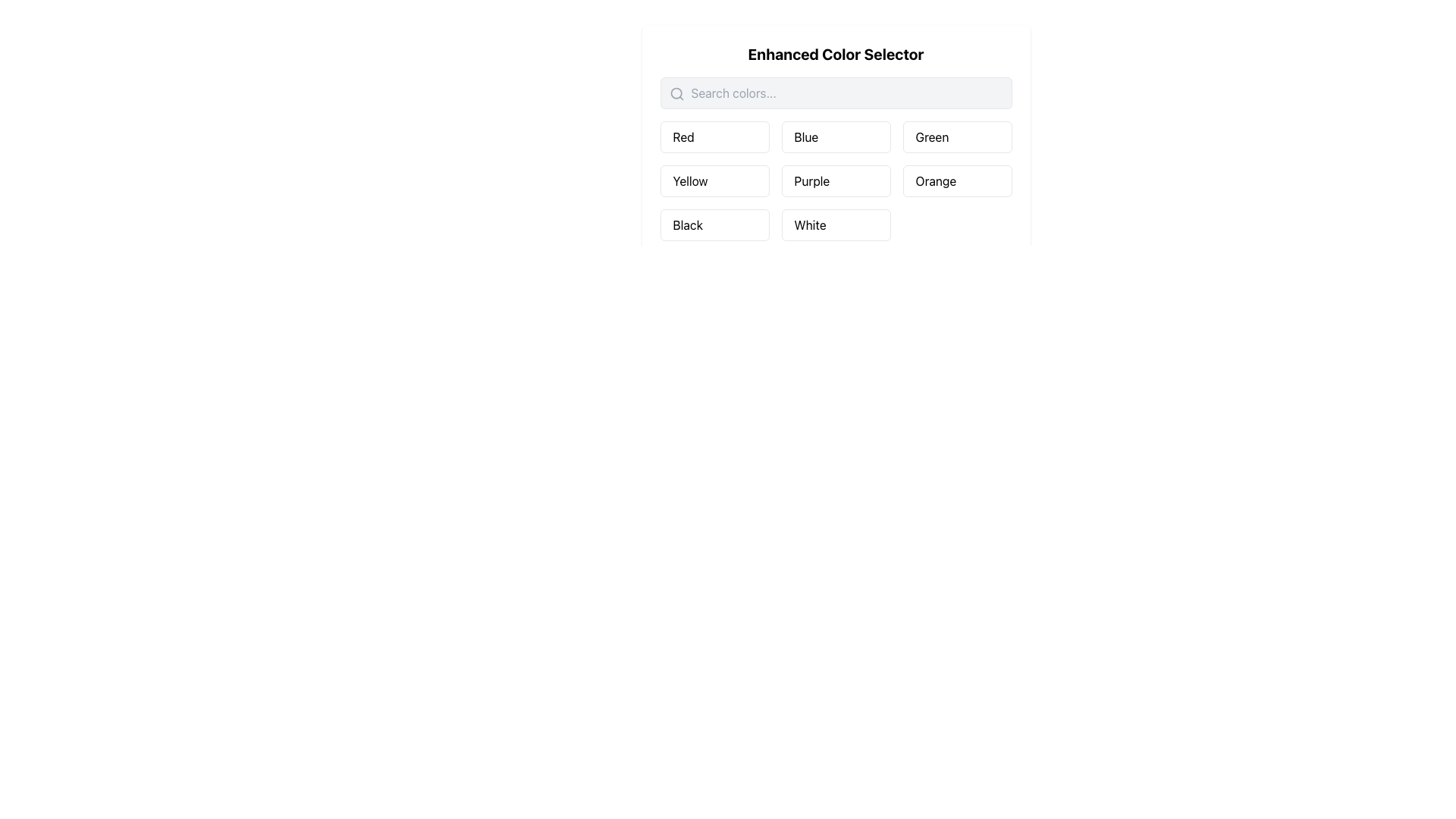 The height and width of the screenshot is (819, 1456). Describe the element at coordinates (682, 137) in the screenshot. I see `text of the label indicating the color option, which is 'Red', located in the top-left cell of the color options grid, just below the 'Search colors...' input field` at that location.